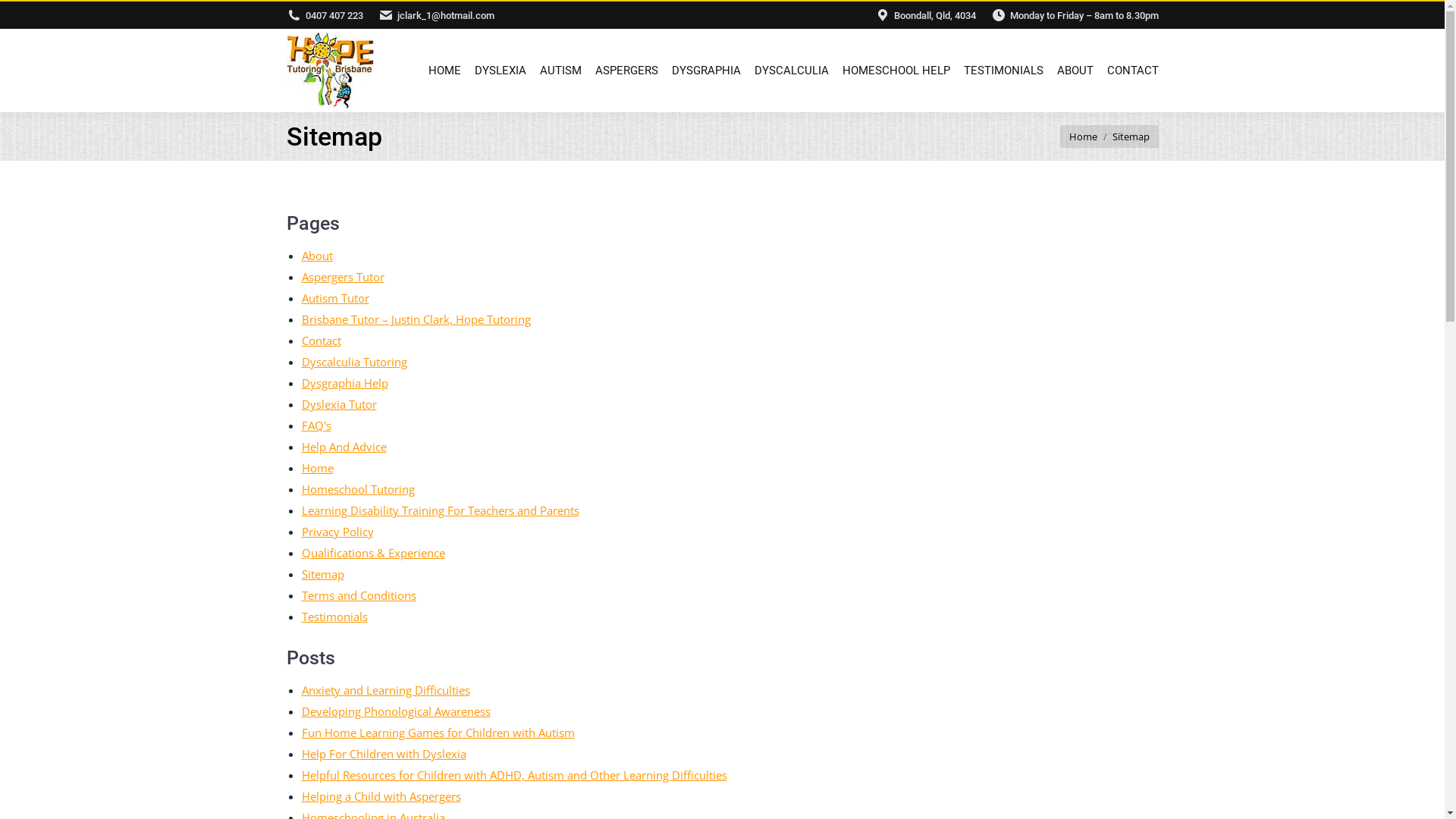 Image resolution: width=1456 pixels, height=819 pixels. I want to click on 'Qualifications & Experience', so click(373, 553).